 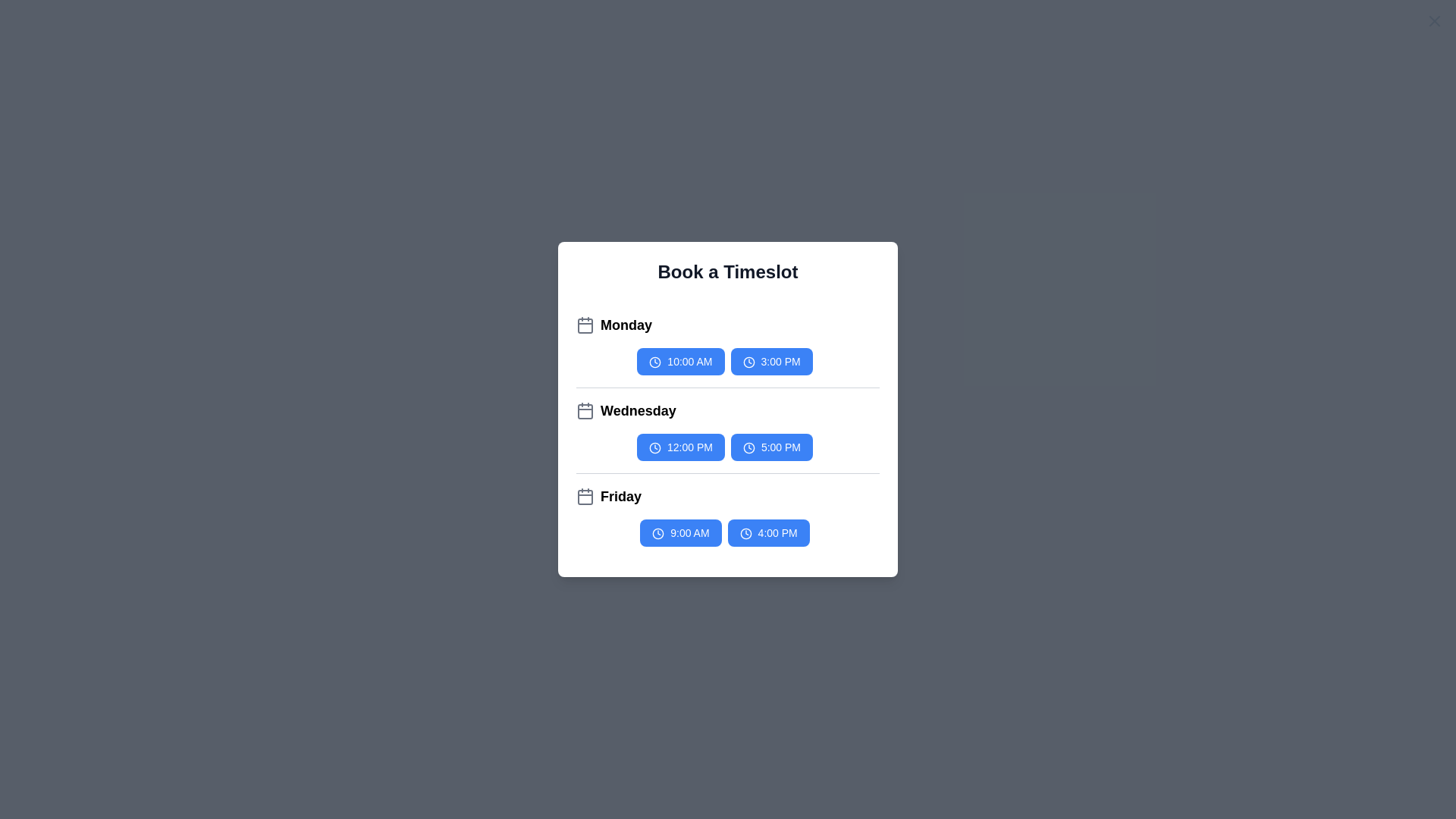 What do you see at coordinates (679, 362) in the screenshot?
I see `the timeslot button labeled 10:00 AM` at bounding box center [679, 362].